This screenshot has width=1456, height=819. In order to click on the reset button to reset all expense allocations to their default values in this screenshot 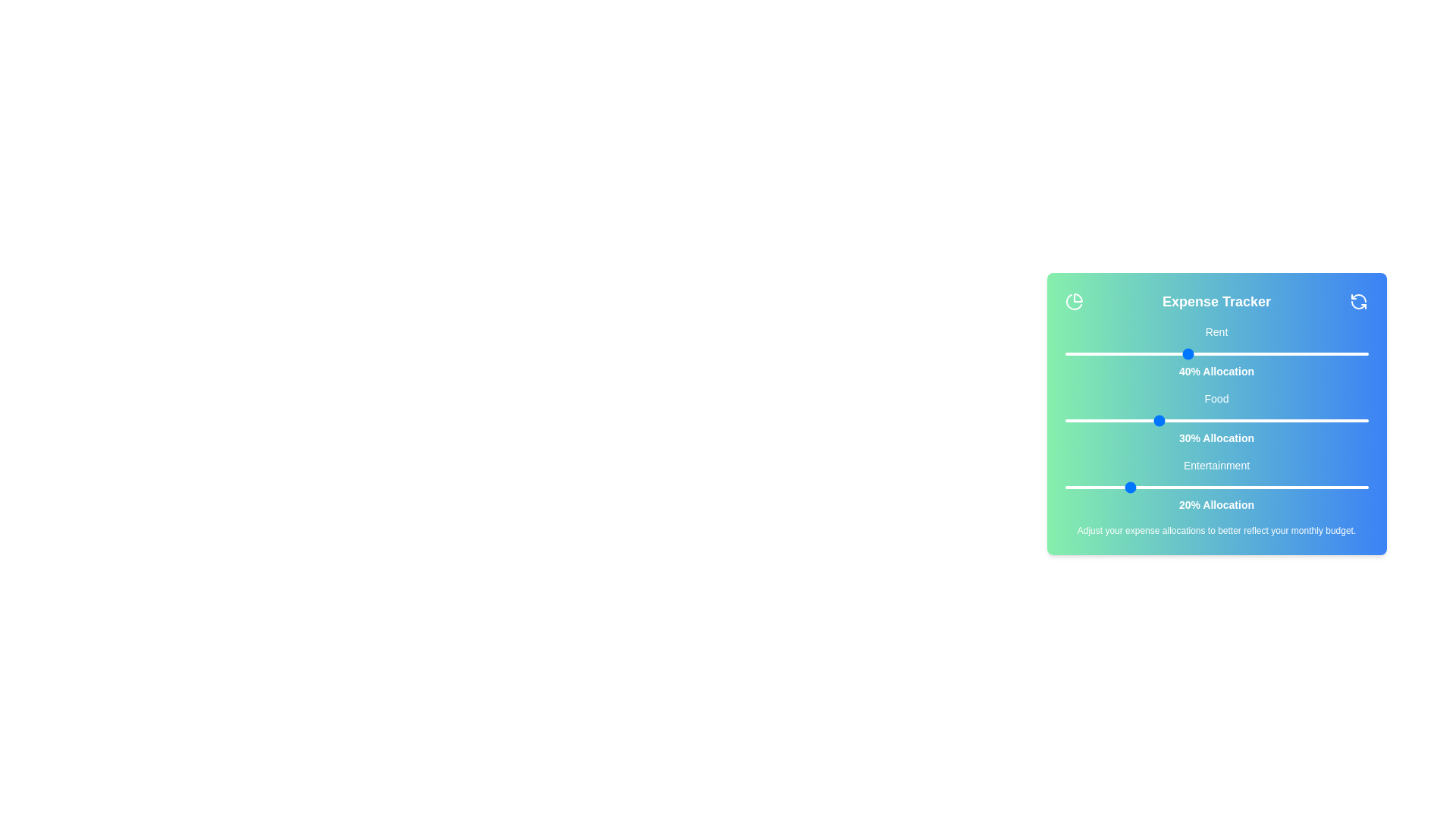, I will do `click(1358, 301)`.